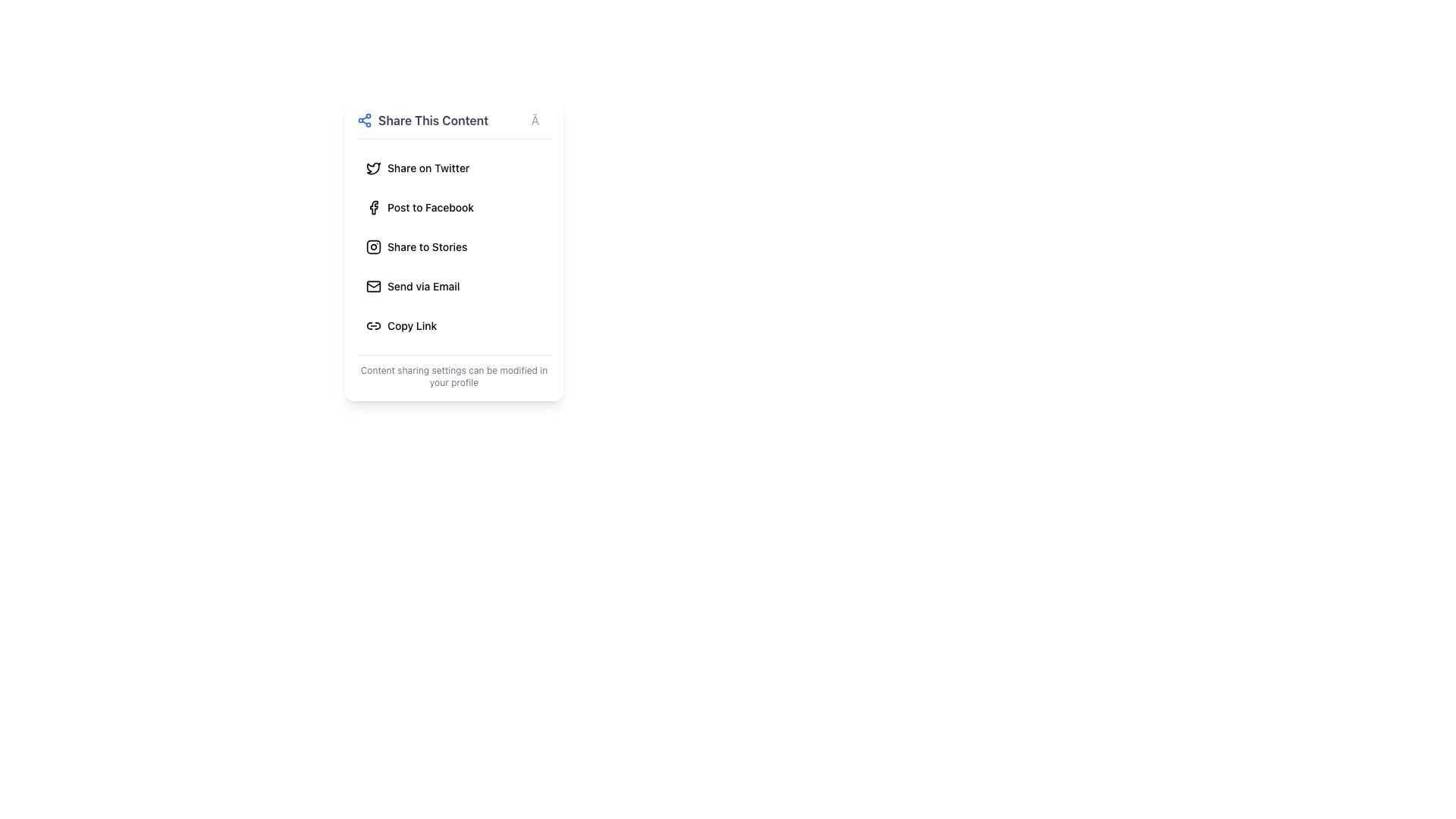 Image resolution: width=1456 pixels, height=819 pixels. I want to click on the email action icon located in the fourth row of the share menu, positioned to the left of the 'Send via Email' text label, so click(374, 287).